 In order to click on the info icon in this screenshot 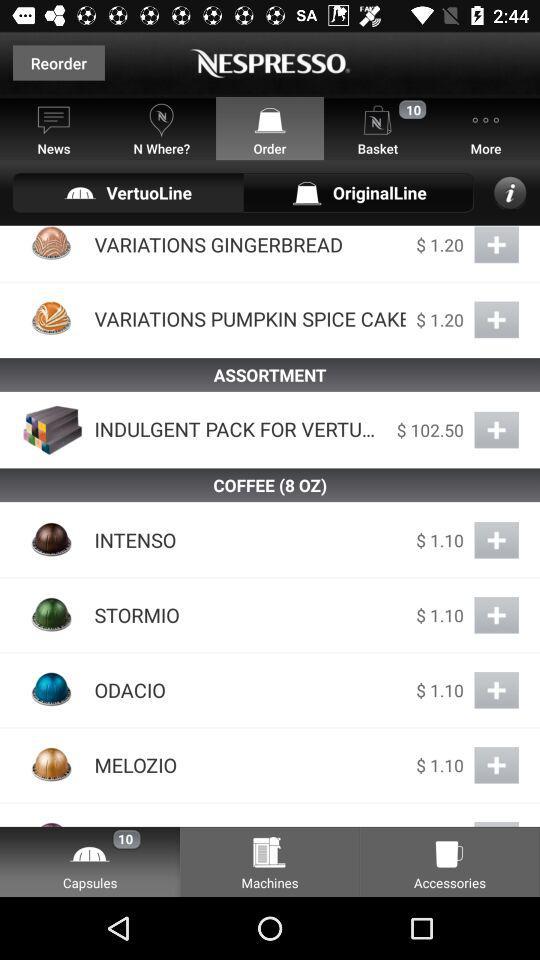, I will do `click(510, 192)`.